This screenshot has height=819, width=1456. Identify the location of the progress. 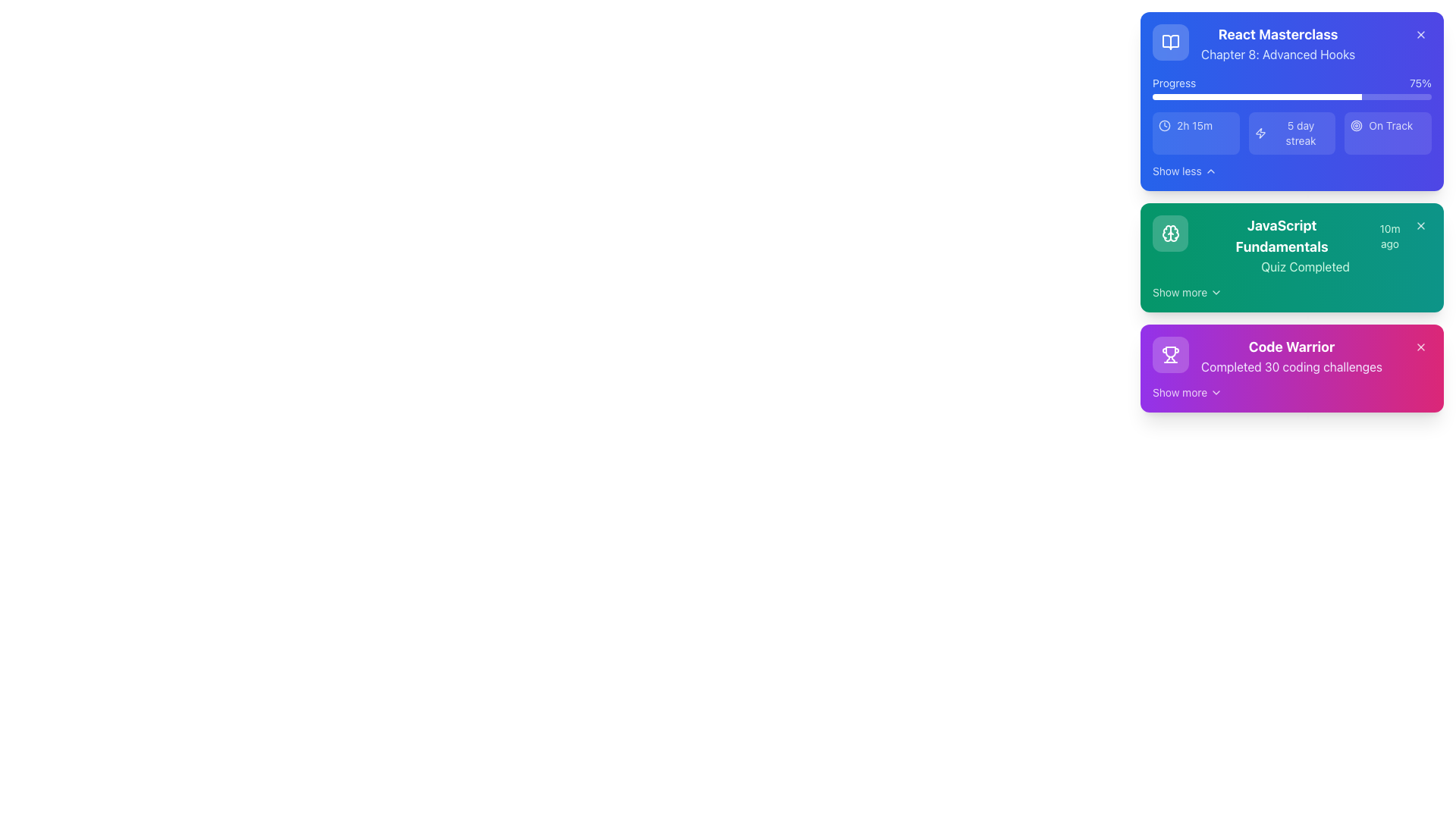
(1244, 96).